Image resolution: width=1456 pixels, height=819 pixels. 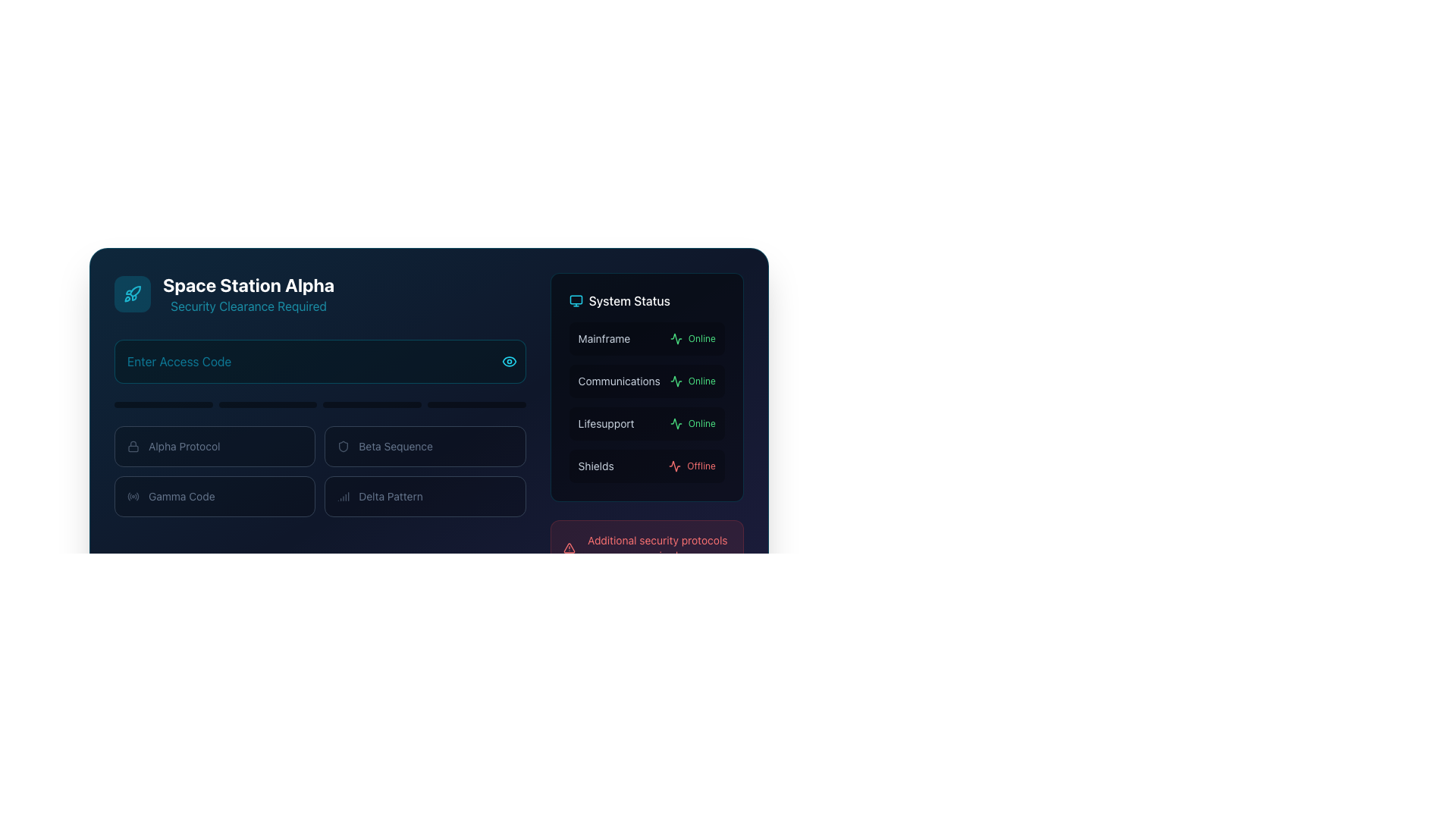 I want to click on the visibility toggle button located to the far right of the 'Enter Access Code' input field, so click(x=509, y=362).